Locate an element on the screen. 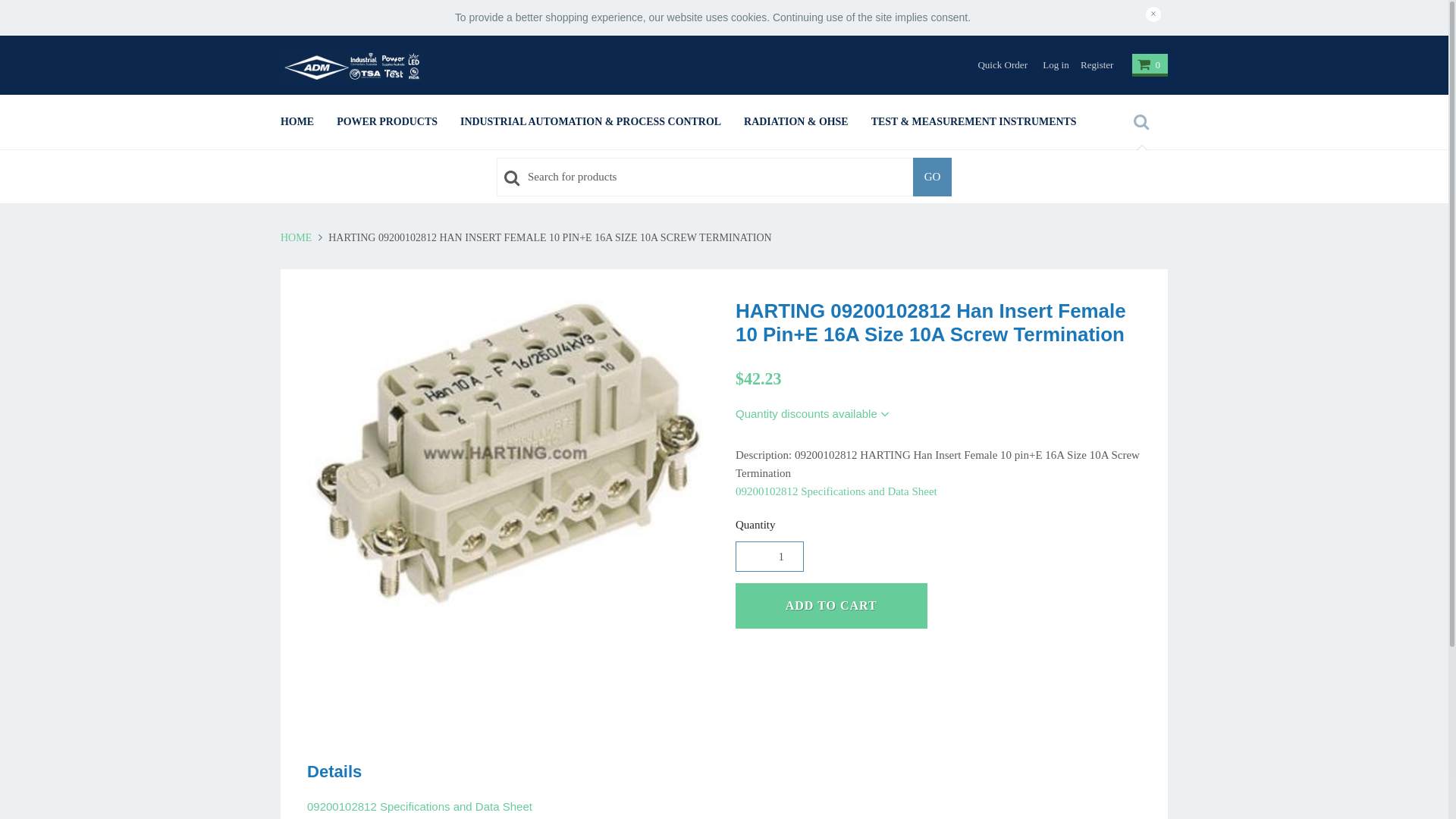 Image resolution: width=1456 pixels, height=819 pixels. 'INDUSTRIAL AUTOMATION & PROCESS CONTROL' is located at coordinates (589, 121).